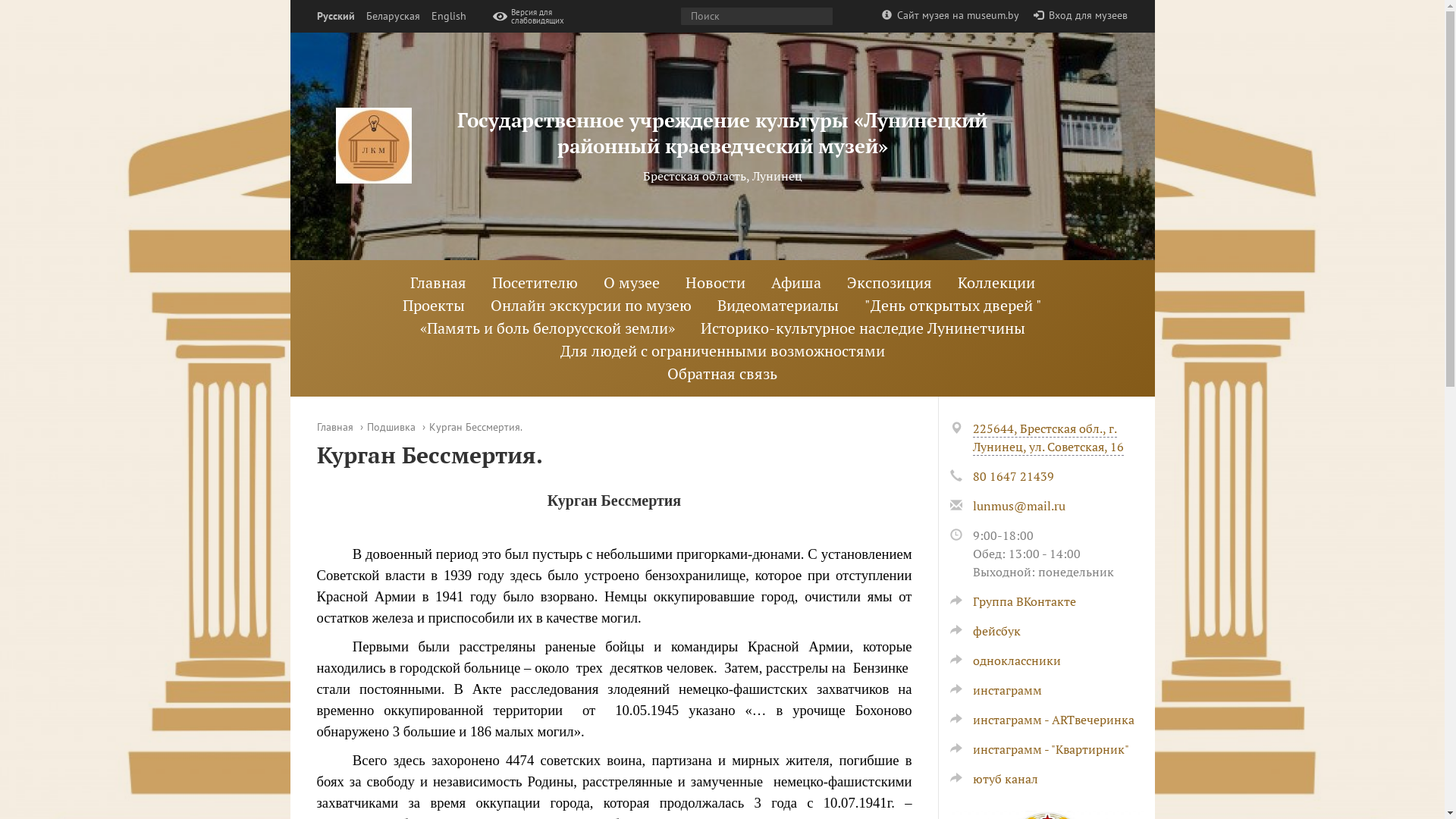  What do you see at coordinates (1012, 475) in the screenshot?
I see `'80 1647 21439'` at bounding box center [1012, 475].